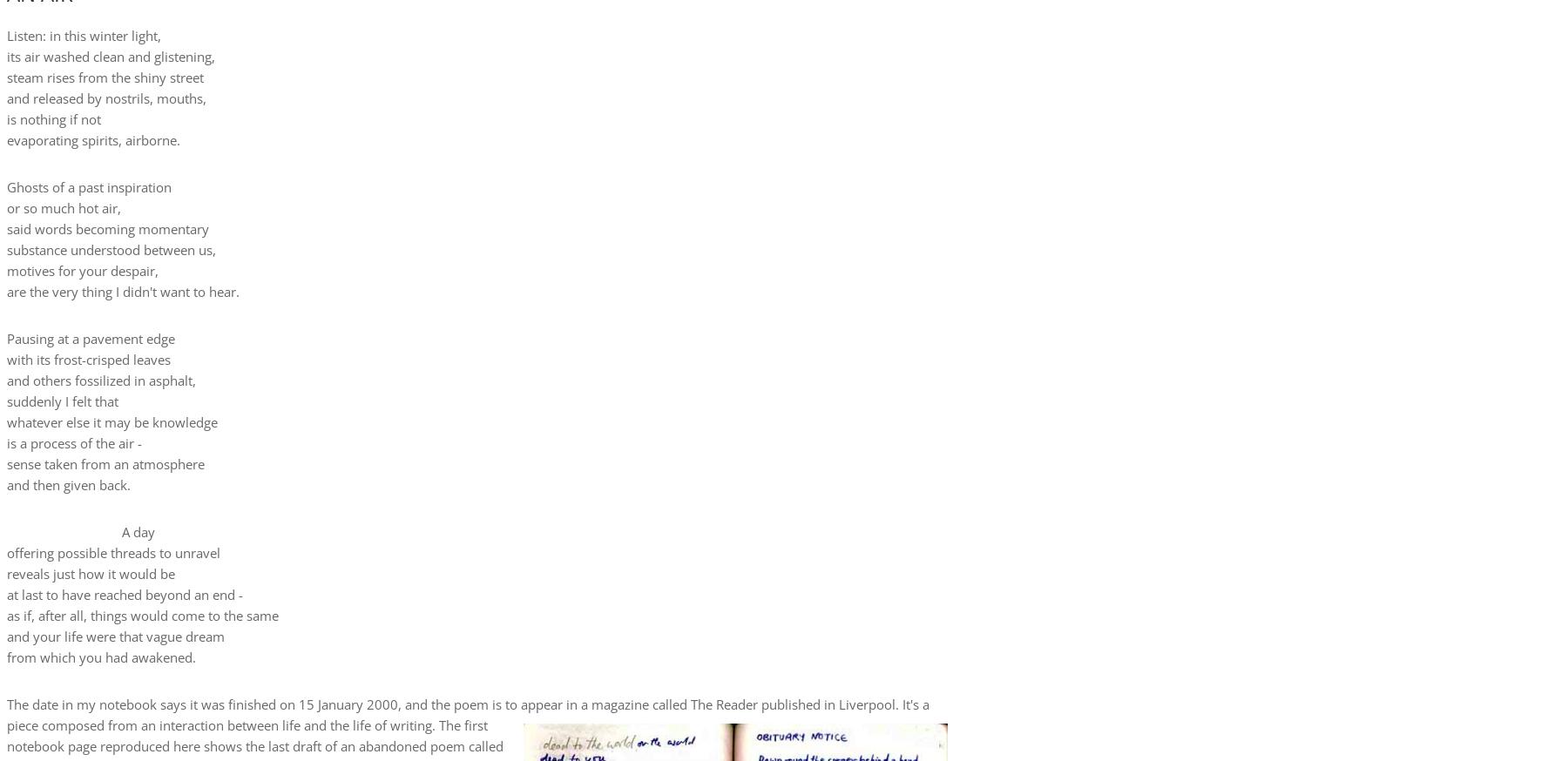 This screenshot has width=1568, height=761. What do you see at coordinates (123, 290) in the screenshot?
I see `'are the very thing I didn't want to hear.'` at bounding box center [123, 290].